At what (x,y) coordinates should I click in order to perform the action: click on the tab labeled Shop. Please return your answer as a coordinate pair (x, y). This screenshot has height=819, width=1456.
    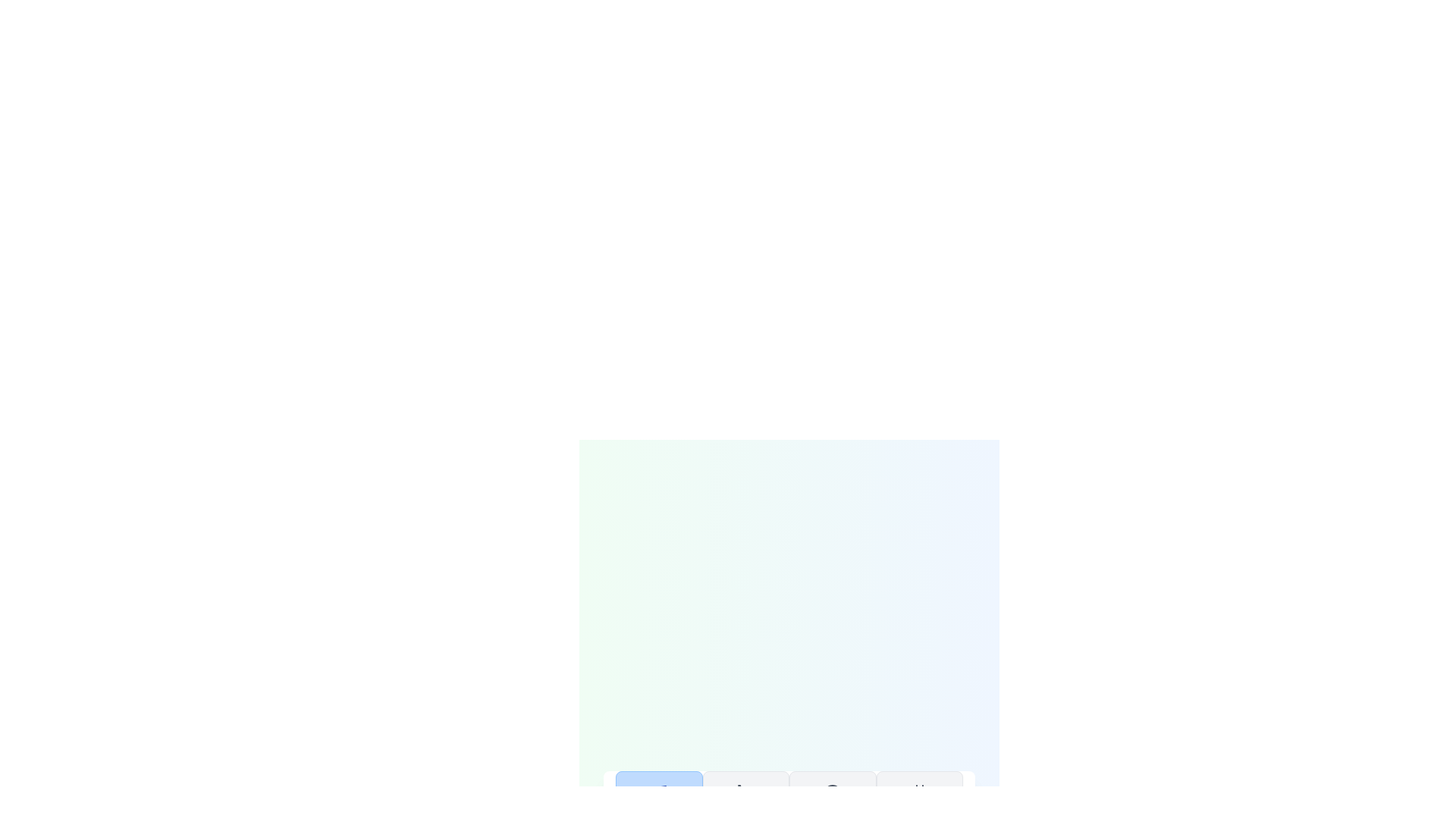
    Looking at the image, I should click on (745, 805).